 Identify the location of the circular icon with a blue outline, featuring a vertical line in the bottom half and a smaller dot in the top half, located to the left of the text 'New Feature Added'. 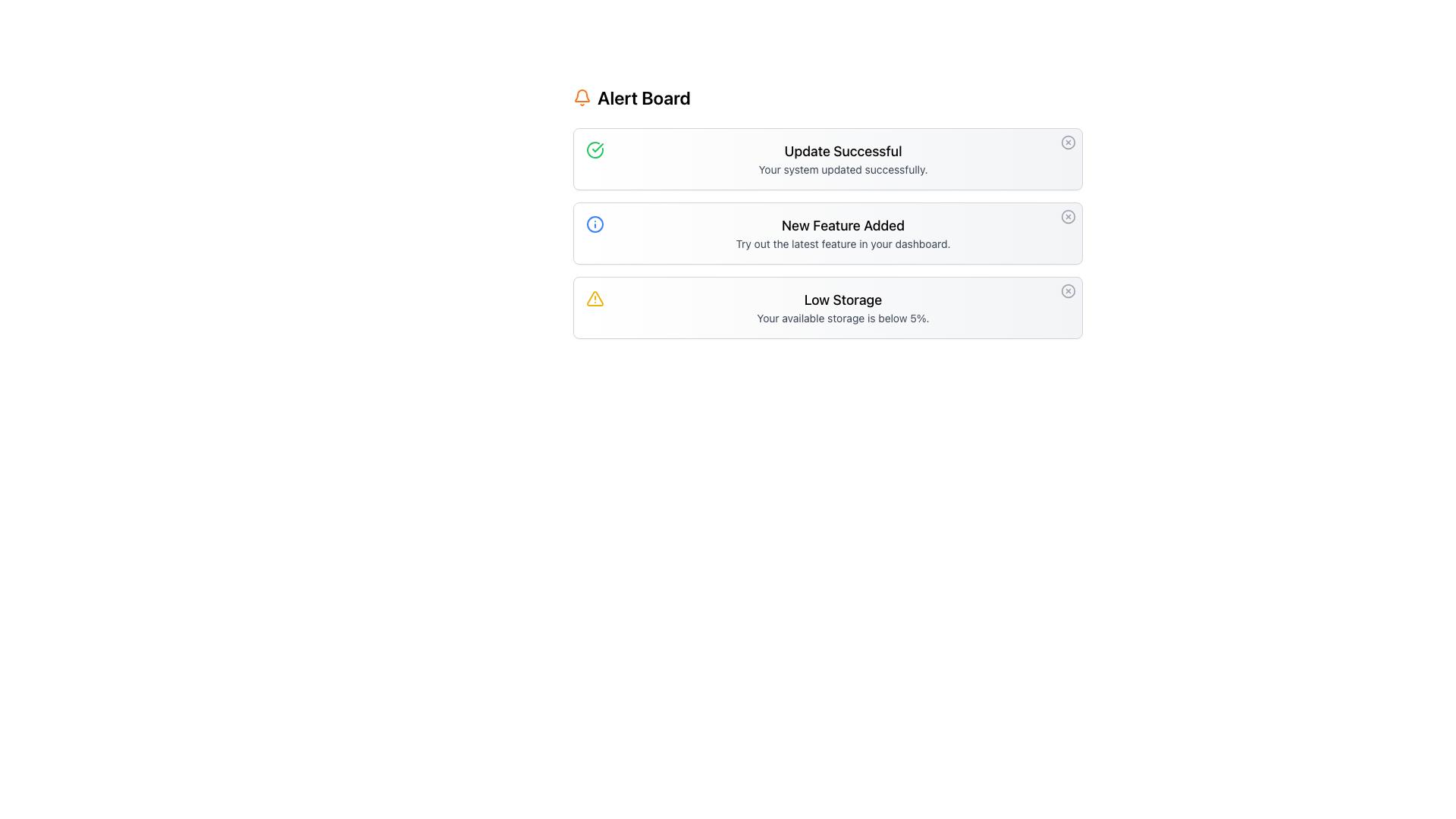
(595, 224).